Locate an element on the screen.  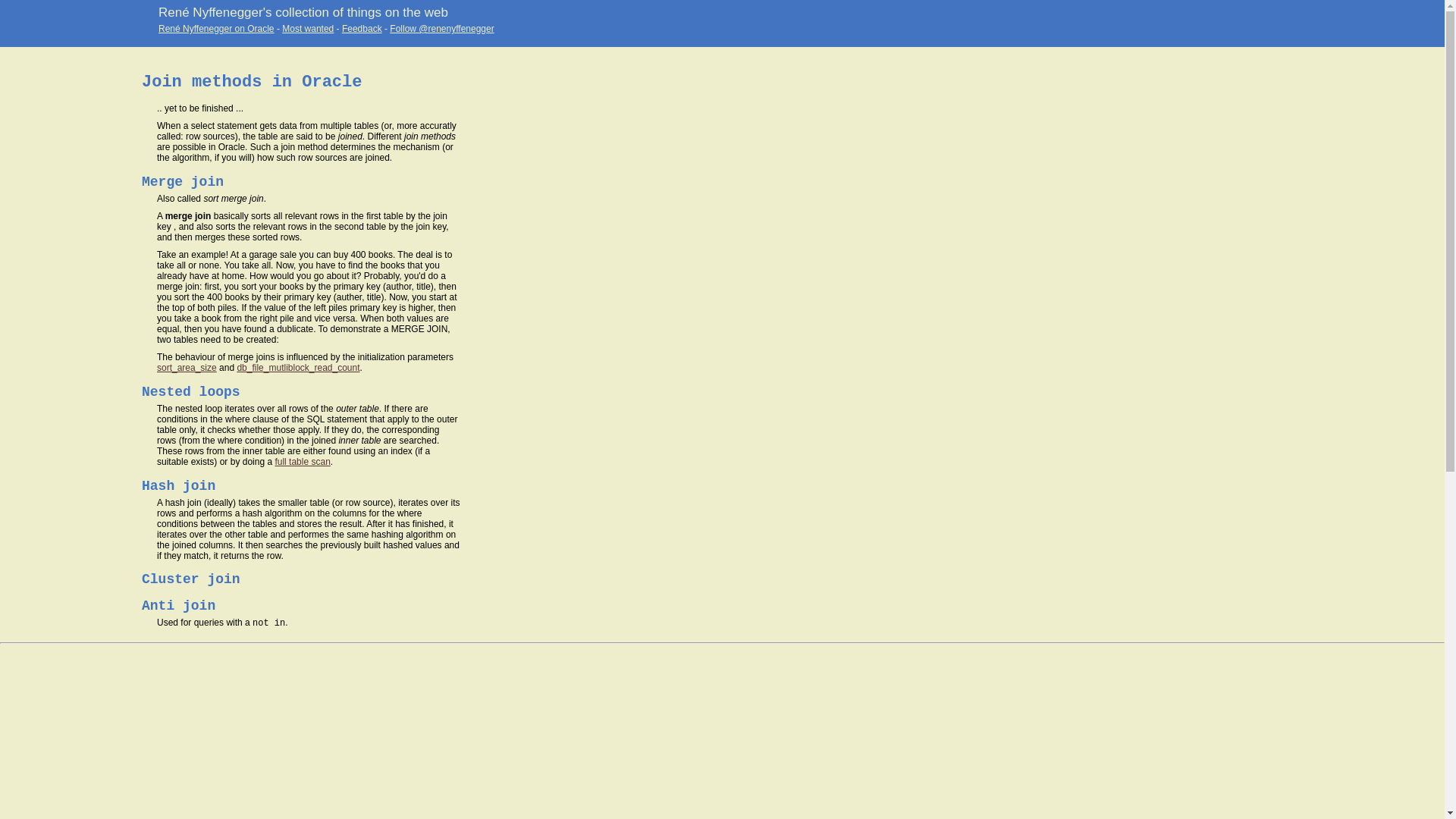
'Feedback' is located at coordinates (361, 29).